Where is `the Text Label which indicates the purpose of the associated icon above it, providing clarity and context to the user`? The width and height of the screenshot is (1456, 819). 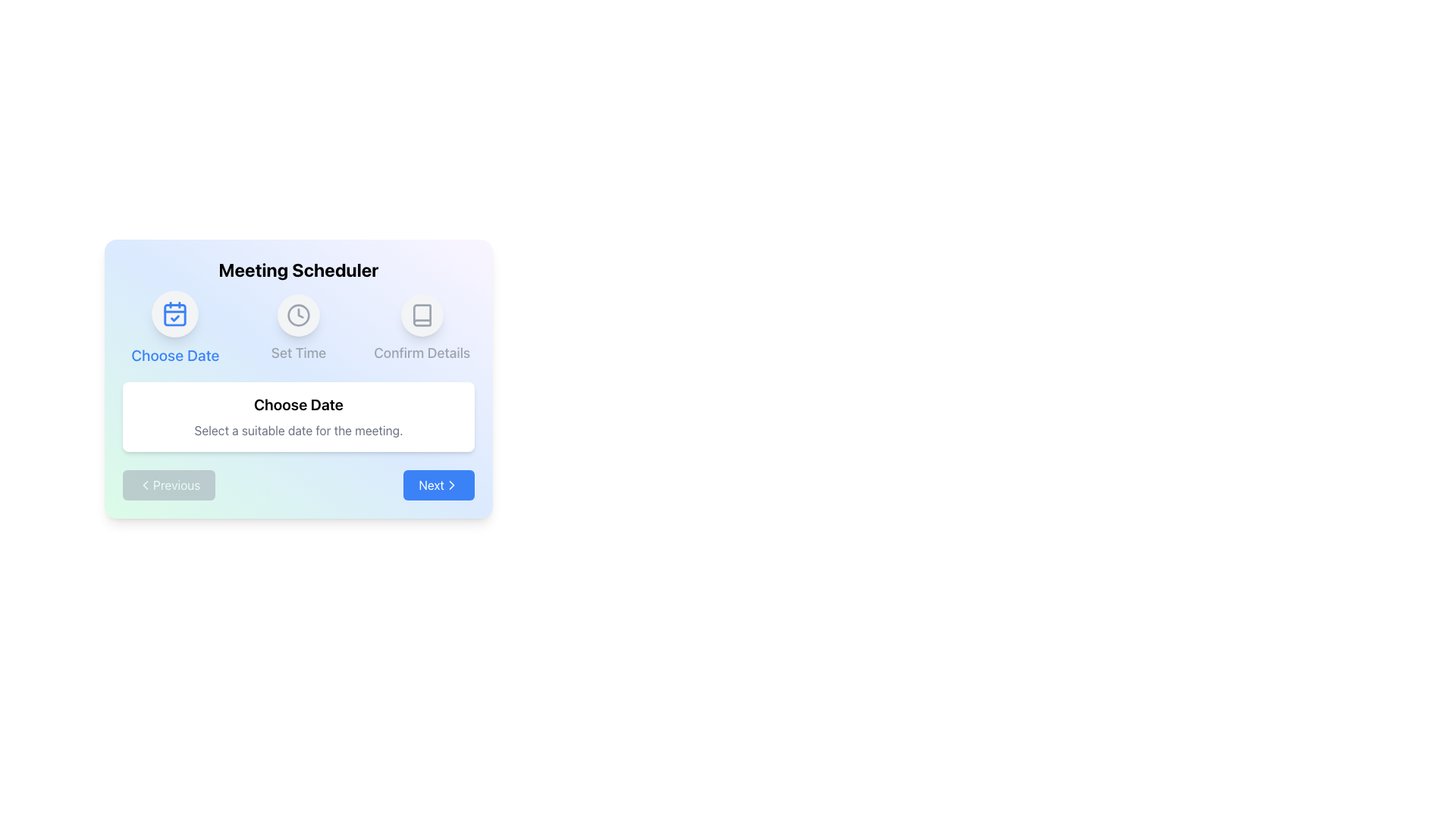 the Text Label which indicates the purpose of the associated icon above it, providing clarity and context to the user is located at coordinates (175, 356).